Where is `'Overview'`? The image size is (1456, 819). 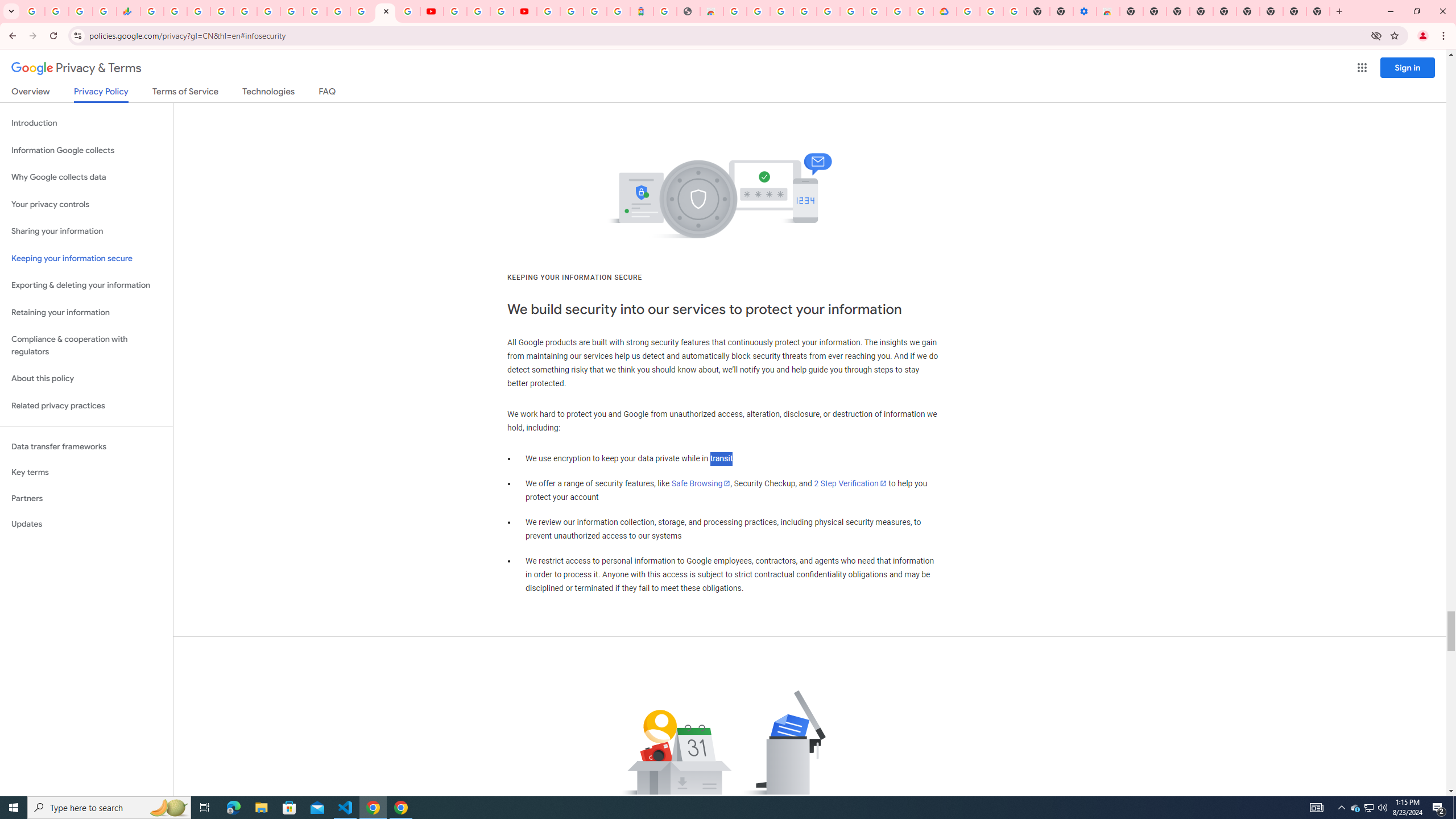 'Overview' is located at coordinates (30, 93).